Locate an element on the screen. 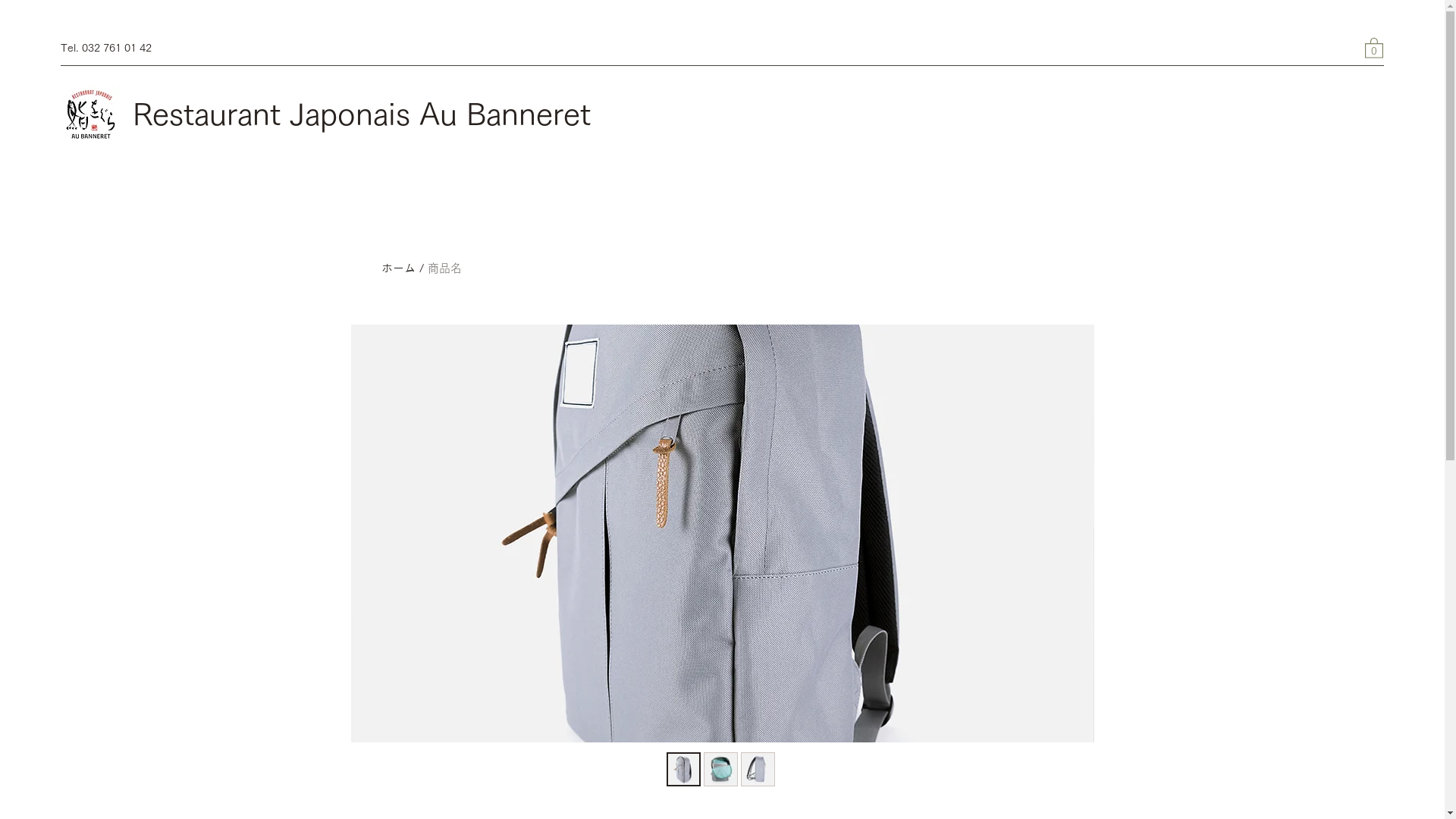 This screenshot has width=1456, height=819. 'Restaurant Japonais Au Banneret' is located at coordinates (360, 113).